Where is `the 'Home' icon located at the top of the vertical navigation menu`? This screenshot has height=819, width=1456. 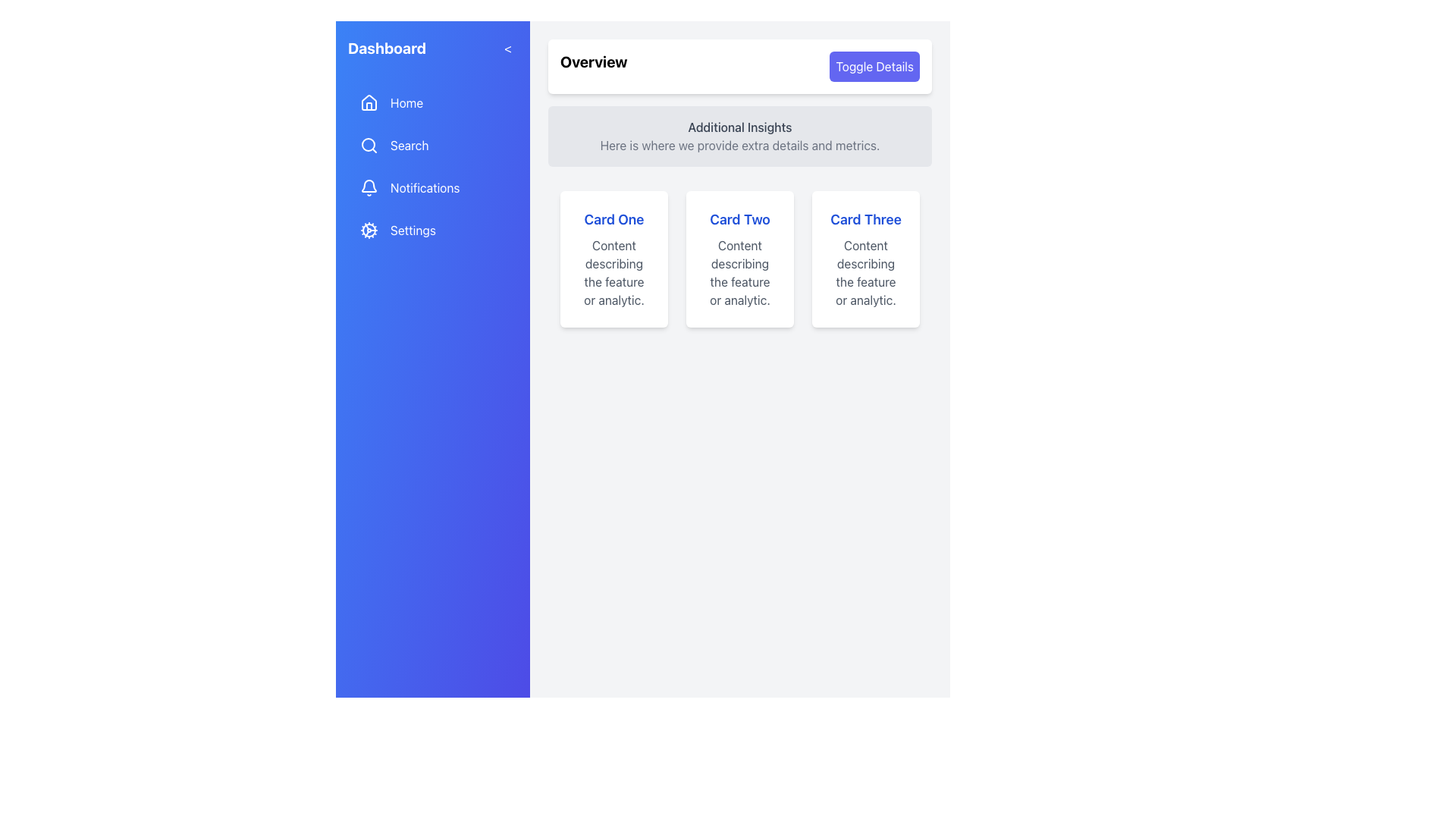
the 'Home' icon located at the top of the vertical navigation menu is located at coordinates (369, 102).